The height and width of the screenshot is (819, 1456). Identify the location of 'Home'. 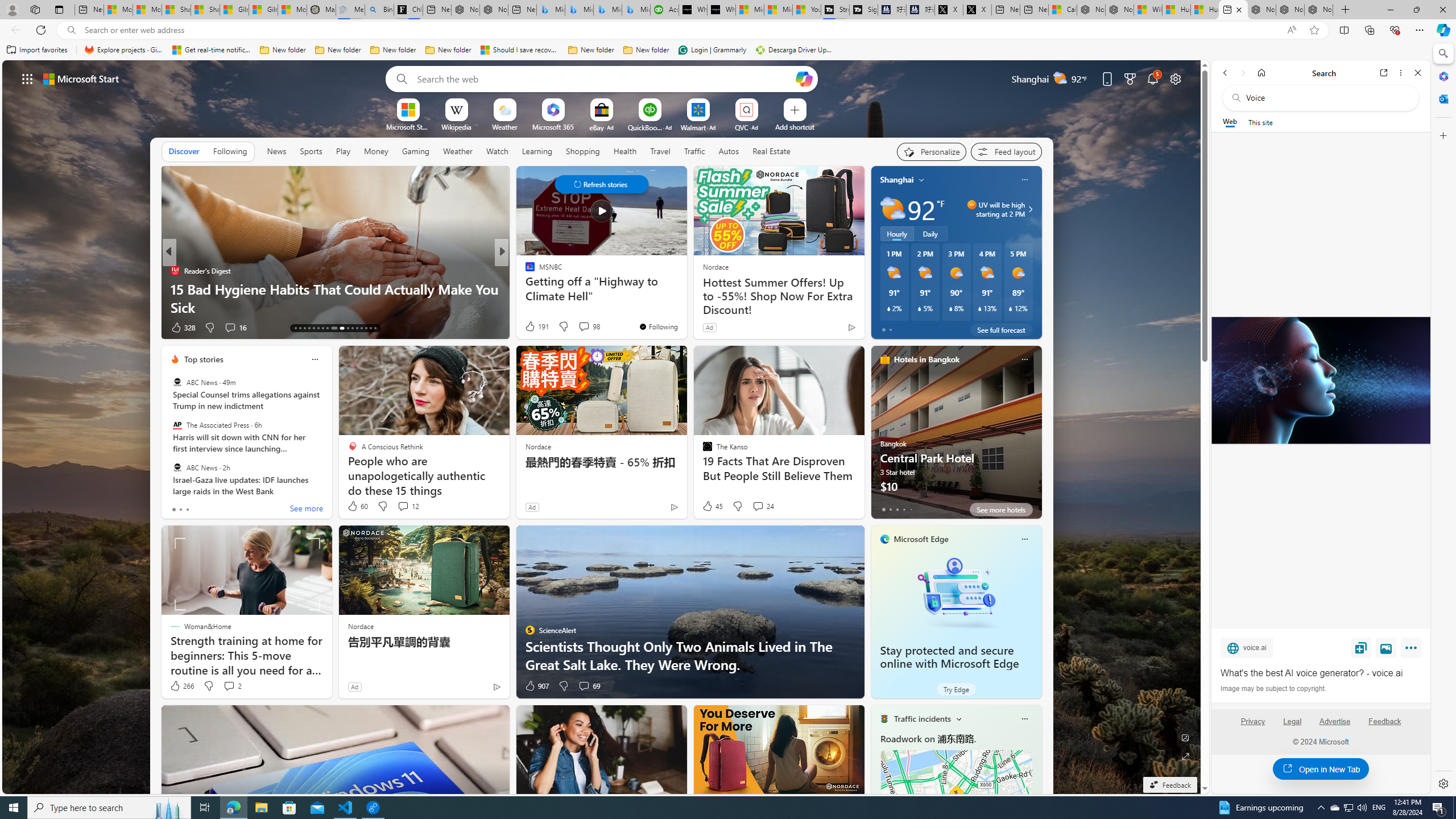
(1261, 72).